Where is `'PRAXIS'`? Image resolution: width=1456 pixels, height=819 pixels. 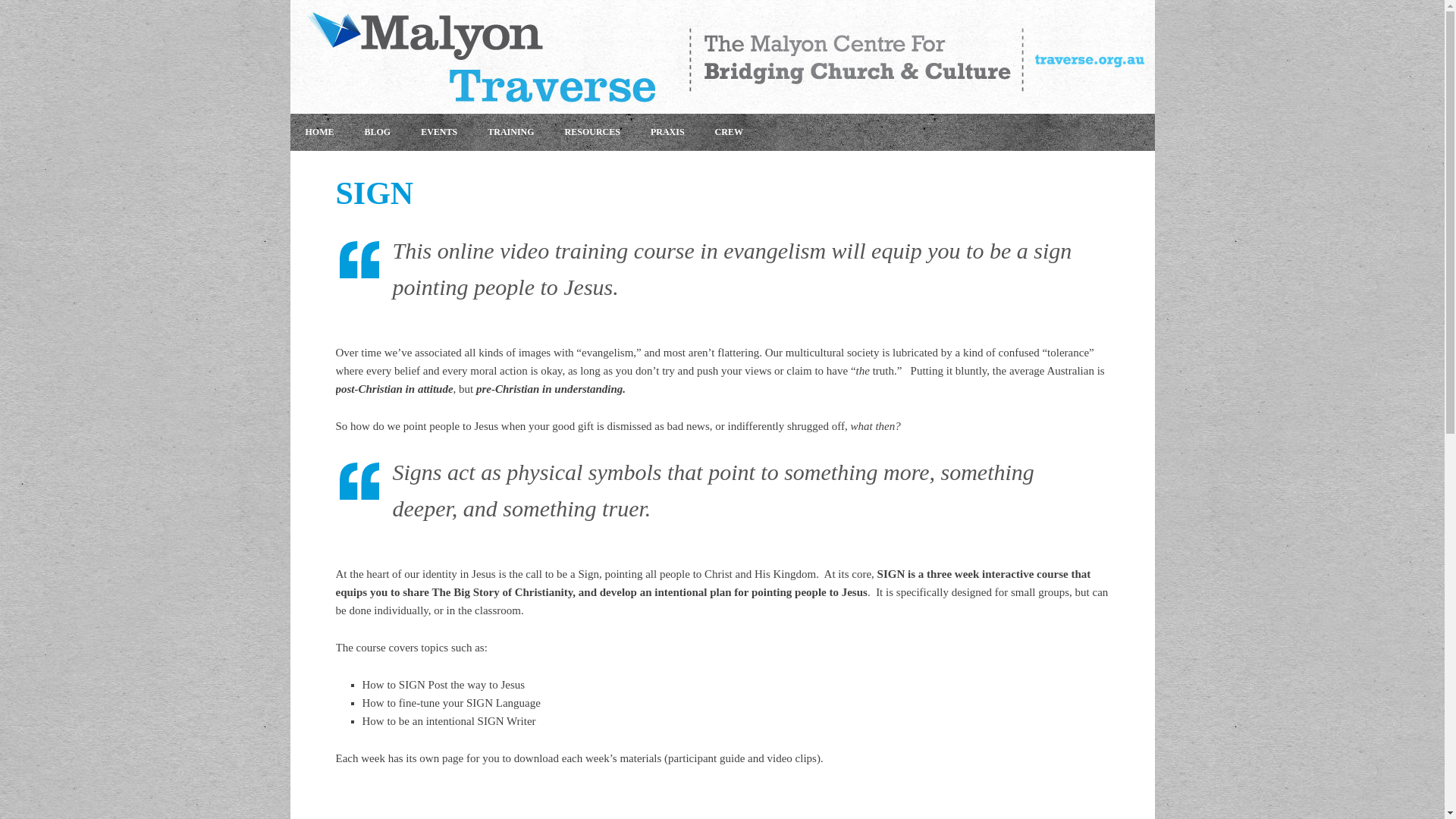
'PRAXIS' is located at coordinates (667, 131).